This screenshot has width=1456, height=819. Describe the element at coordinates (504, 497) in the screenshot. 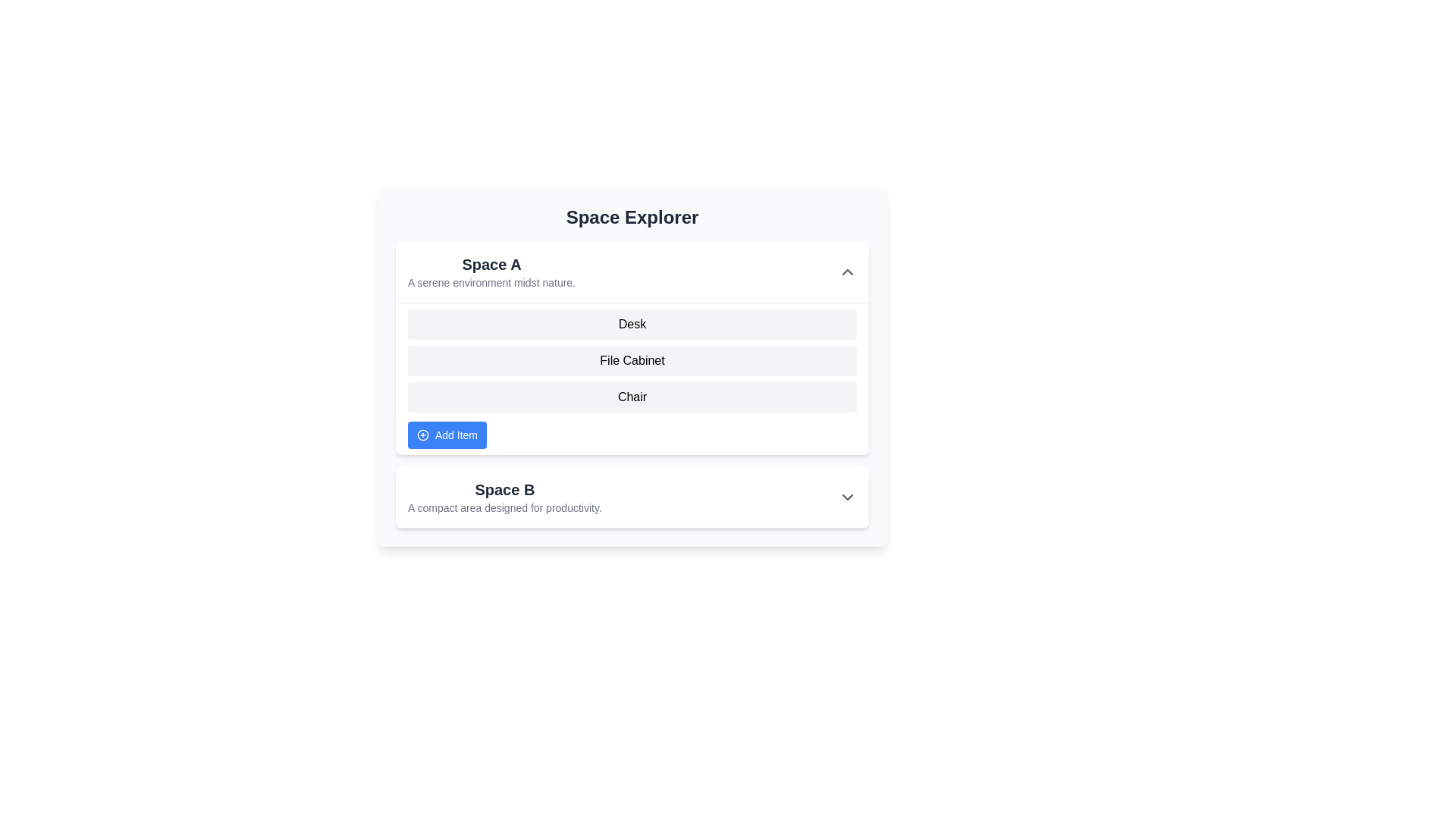

I see `descriptive text of the Text block labeled 'Space B,' which describes it as 'A compact area designed for productivity.' This element is centrally positioned below the 'Space A' section within the 'Space Explorer' interface` at that location.